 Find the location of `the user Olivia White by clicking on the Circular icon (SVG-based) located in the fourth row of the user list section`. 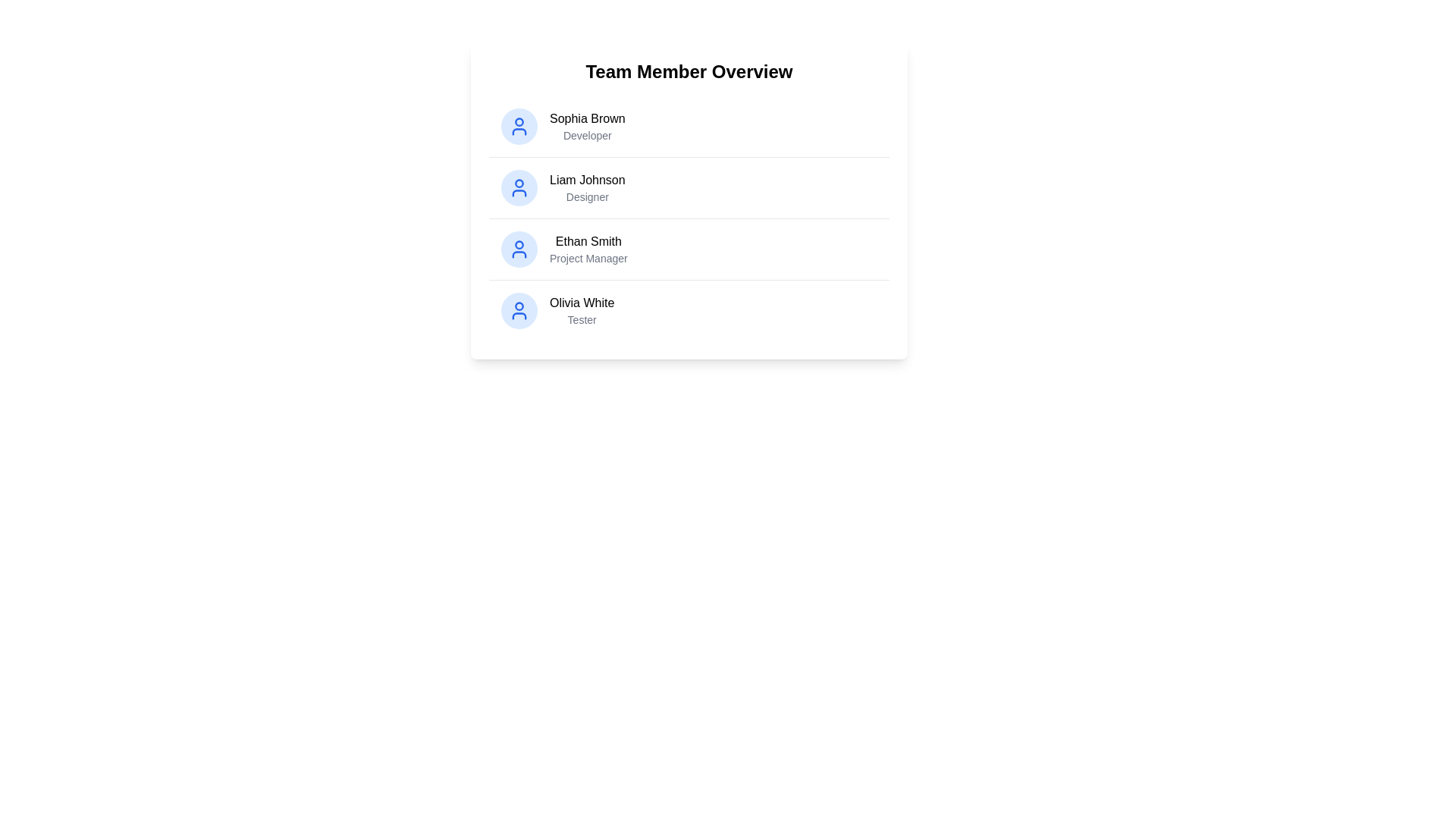

the user Olivia White by clicking on the Circular icon (SVG-based) located in the fourth row of the user list section is located at coordinates (519, 306).